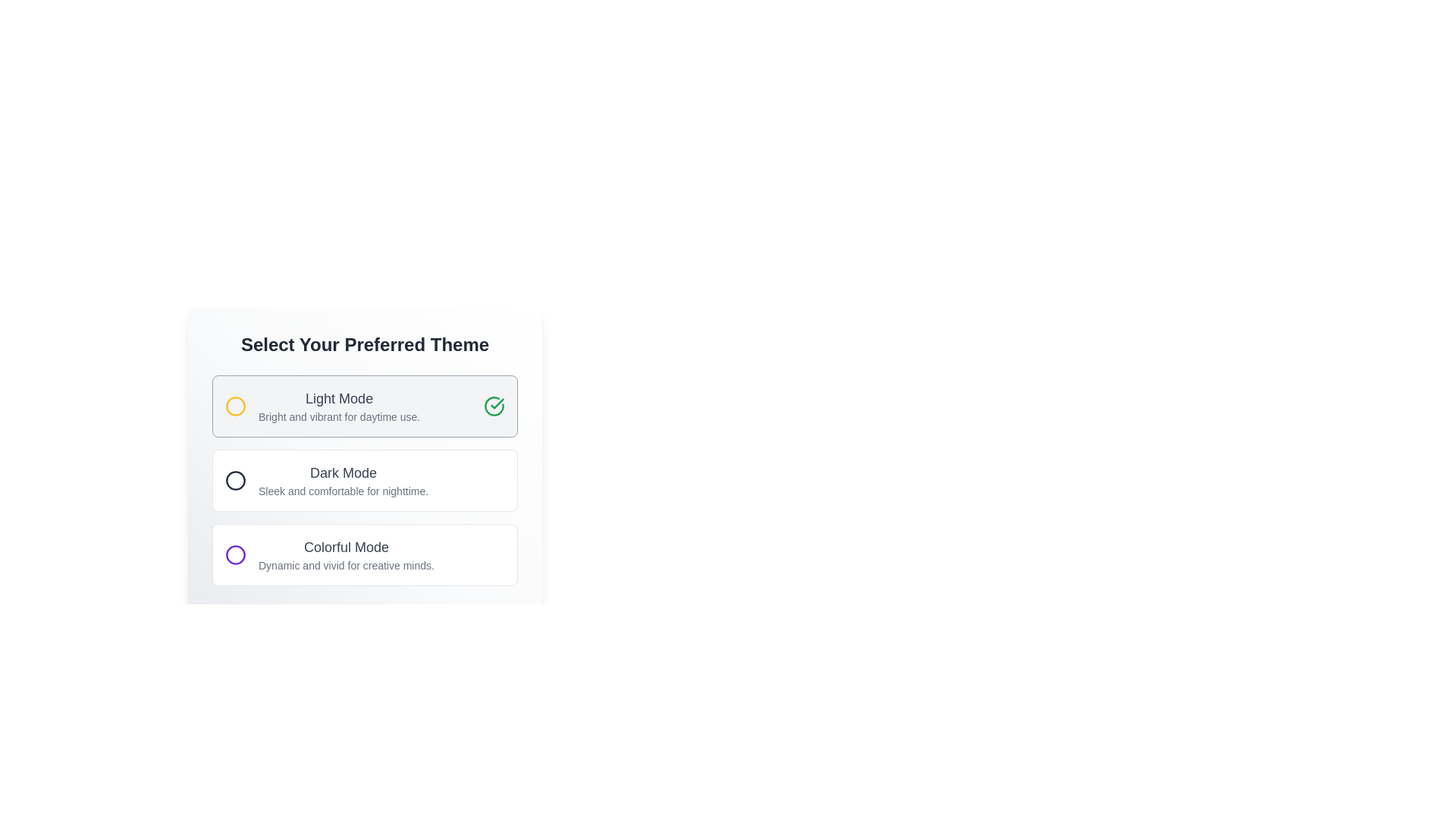  I want to click on the decorative SVG Circle that visually indicates the 'Colorful Mode' option, located to the left of the text label, so click(235, 555).